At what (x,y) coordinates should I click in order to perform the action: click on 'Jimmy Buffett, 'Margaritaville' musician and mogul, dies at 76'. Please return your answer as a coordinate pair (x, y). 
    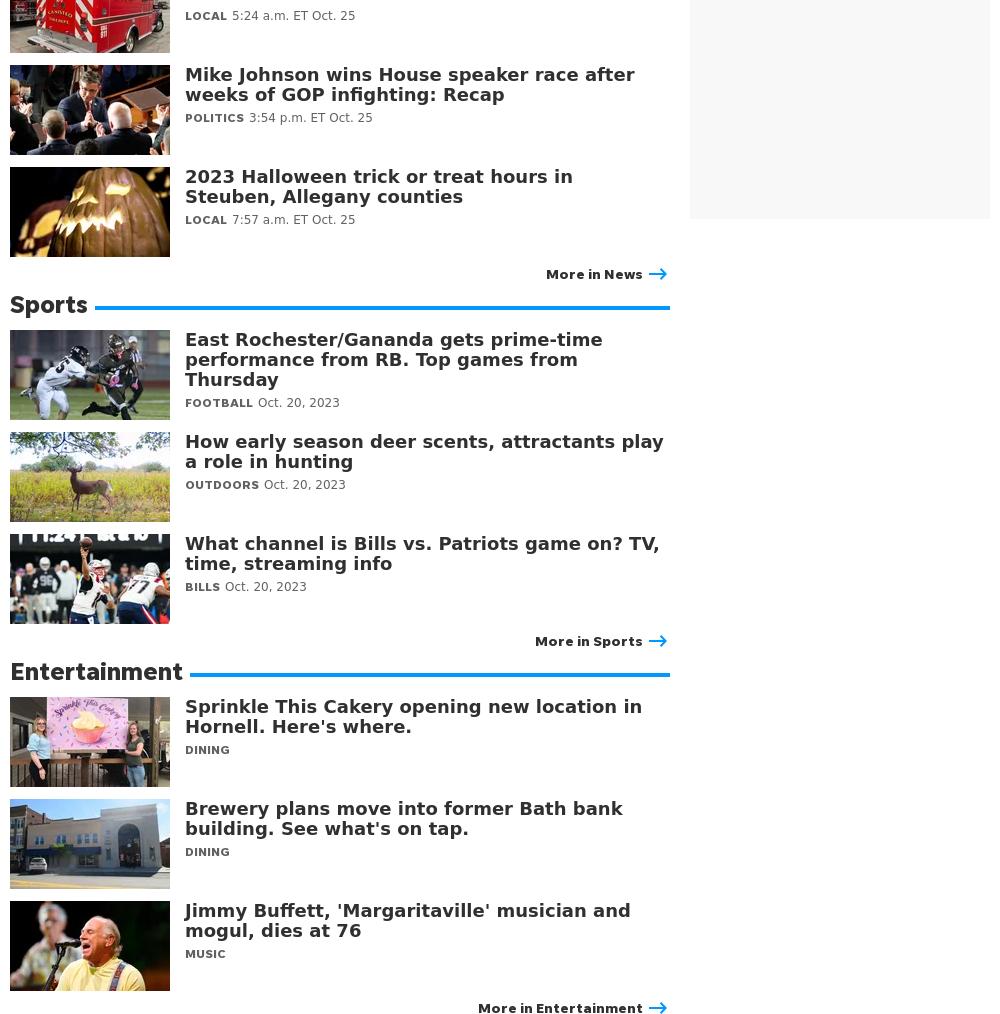
    Looking at the image, I should click on (407, 919).